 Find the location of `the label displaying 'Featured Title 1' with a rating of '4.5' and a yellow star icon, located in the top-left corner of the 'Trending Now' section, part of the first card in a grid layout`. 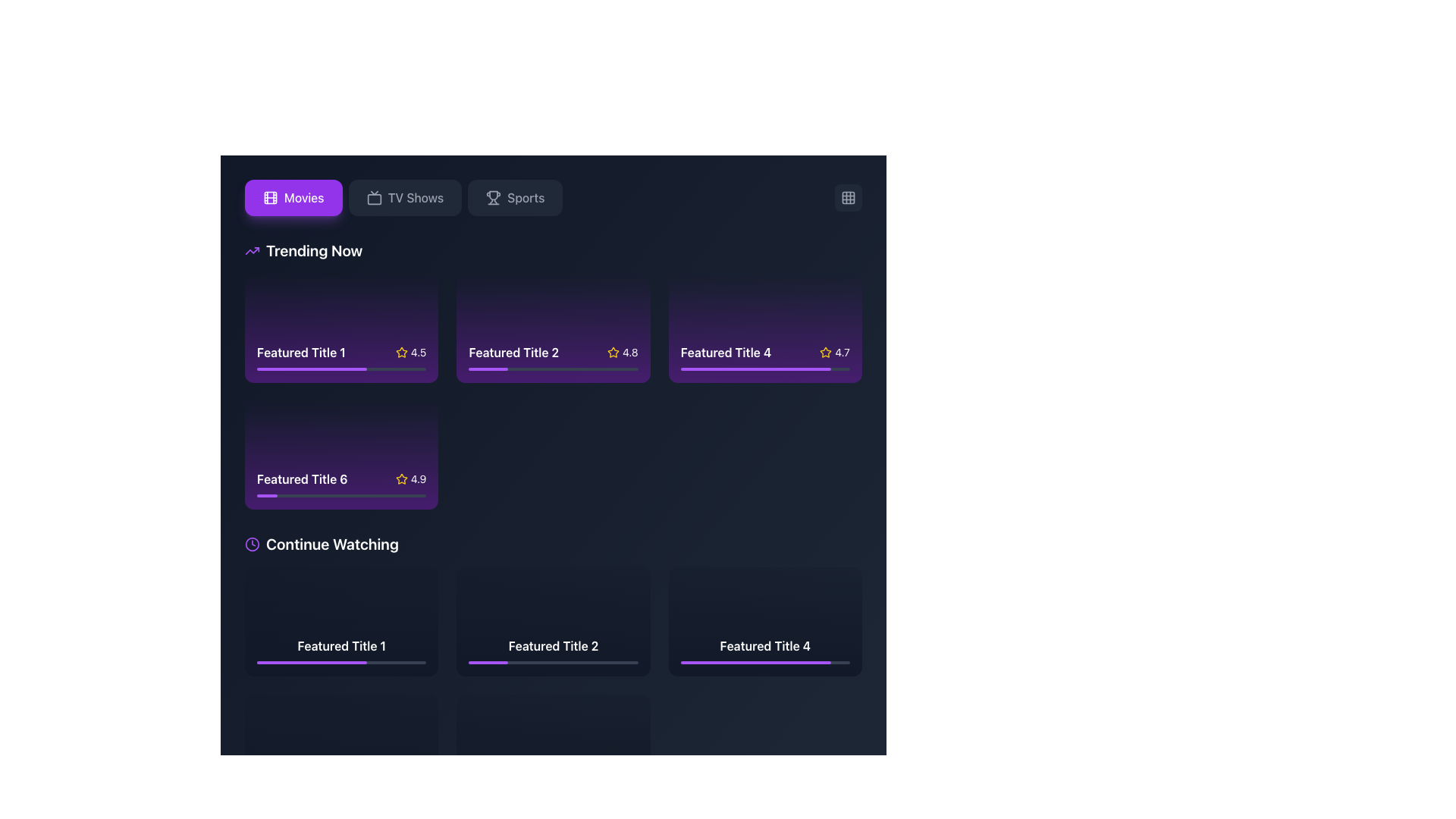

the label displaying 'Featured Title 1' with a rating of '4.5' and a yellow star icon, located in the top-left corner of the 'Trending Now' section, part of the first card in a grid layout is located at coordinates (340, 352).